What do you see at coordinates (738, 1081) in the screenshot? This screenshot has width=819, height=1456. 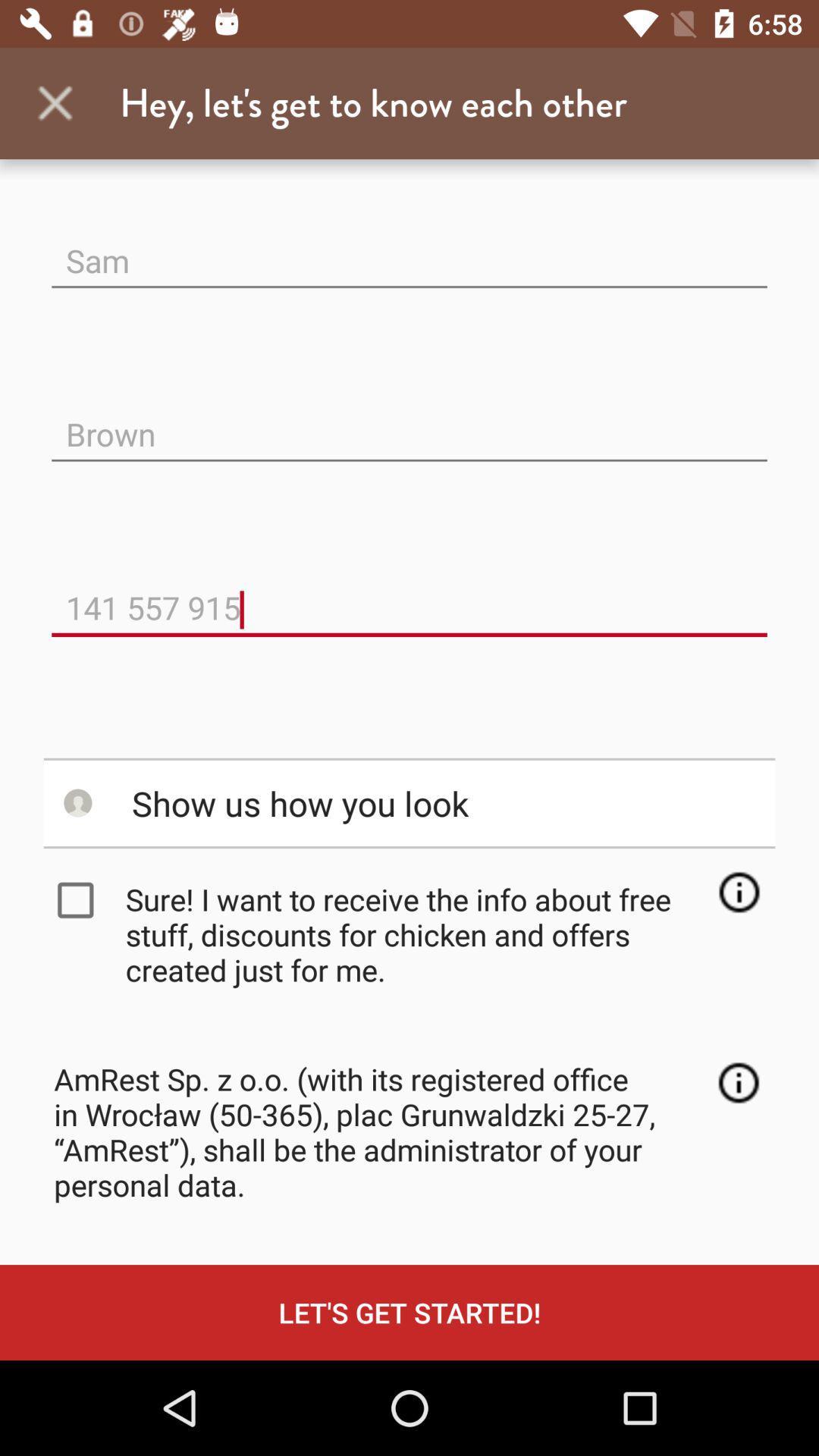 I see `more information` at bounding box center [738, 1081].